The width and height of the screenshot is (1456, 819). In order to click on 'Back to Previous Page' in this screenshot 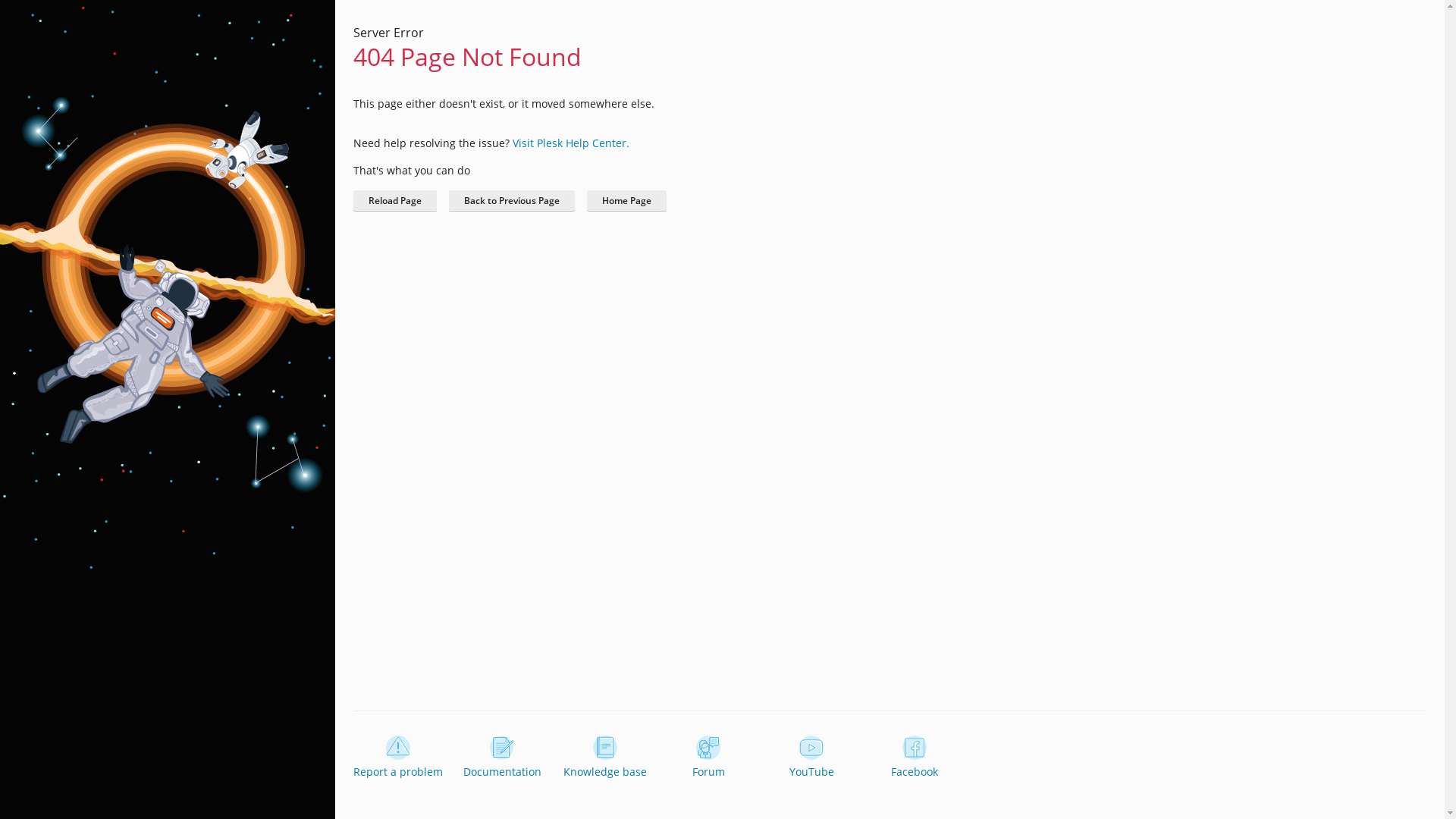, I will do `click(512, 200)`.